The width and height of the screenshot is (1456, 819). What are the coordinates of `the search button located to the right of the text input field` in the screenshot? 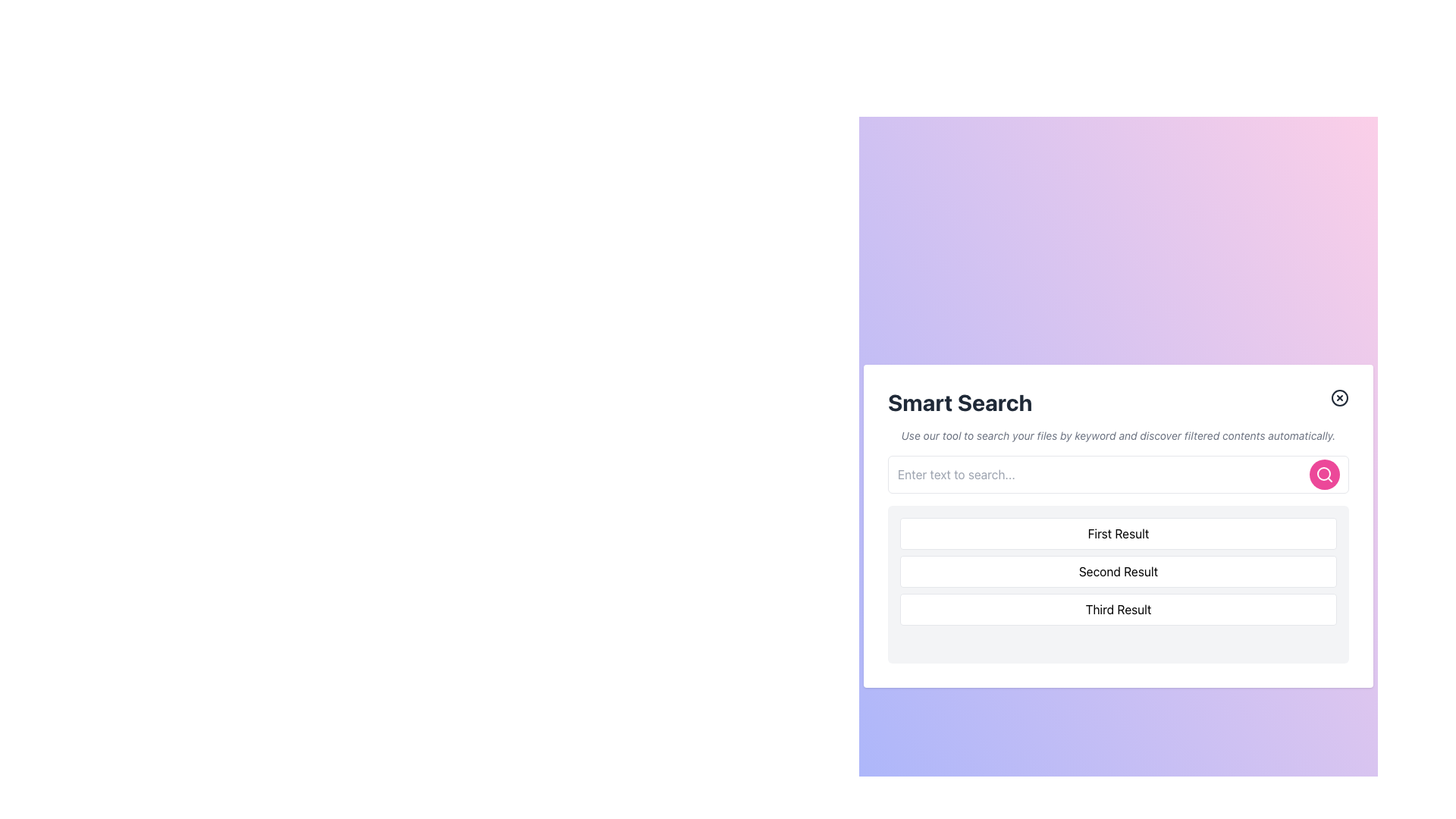 It's located at (1324, 473).